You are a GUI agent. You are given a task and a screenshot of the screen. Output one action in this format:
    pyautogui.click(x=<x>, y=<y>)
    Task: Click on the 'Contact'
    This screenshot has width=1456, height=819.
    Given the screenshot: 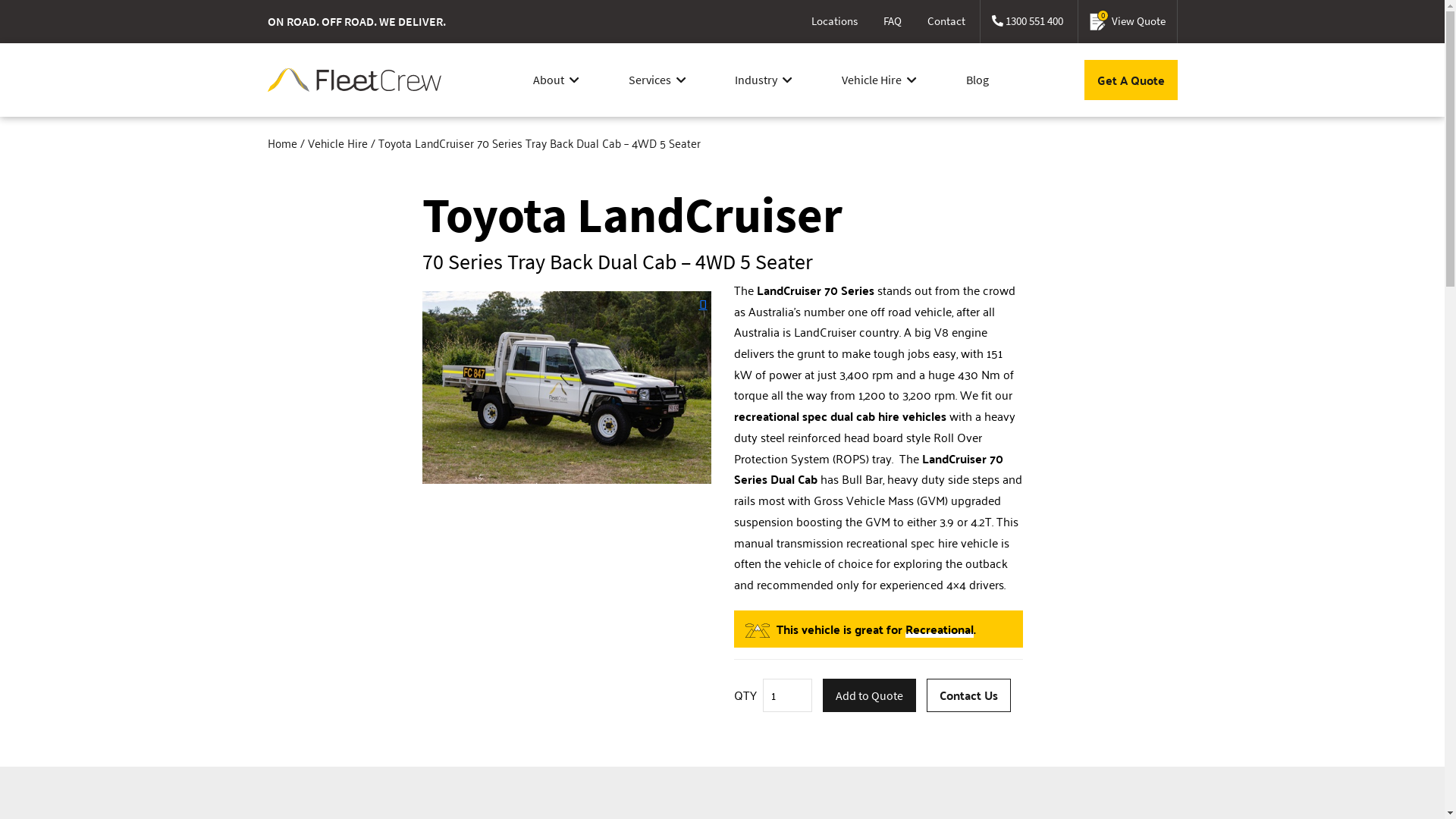 What is the action you would take?
    pyautogui.click(x=946, y=21)
    